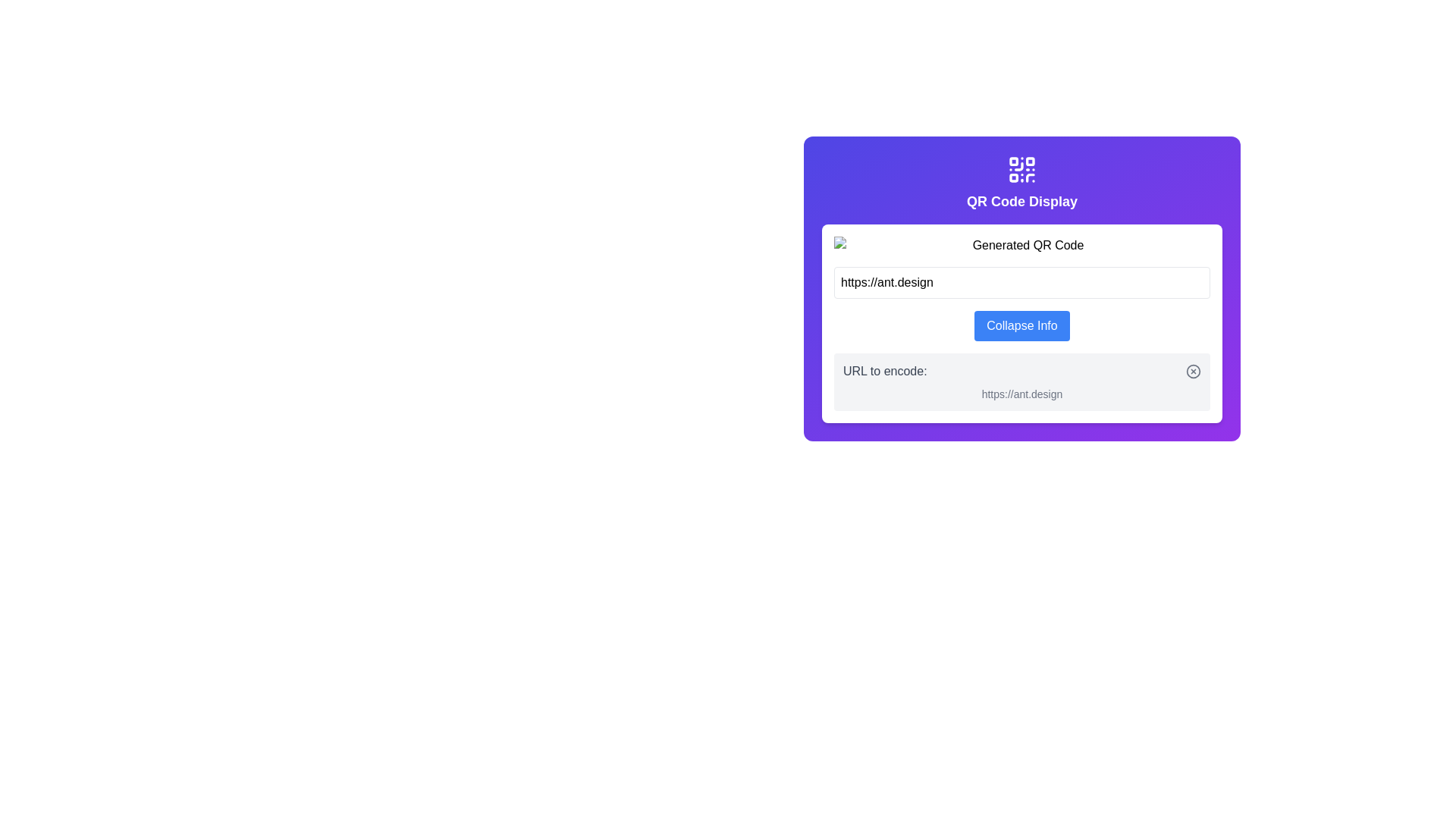 Image resolution: width=1456 pixels, height=819 pixels. What do you see at coordinates (1022, 169) in the screenshot?
I see `the QR code-style icon with a white design on a purple background, located at the top-center of the application interface, above the text 'QR Code Display.'` at bounding box center [1022, 169].